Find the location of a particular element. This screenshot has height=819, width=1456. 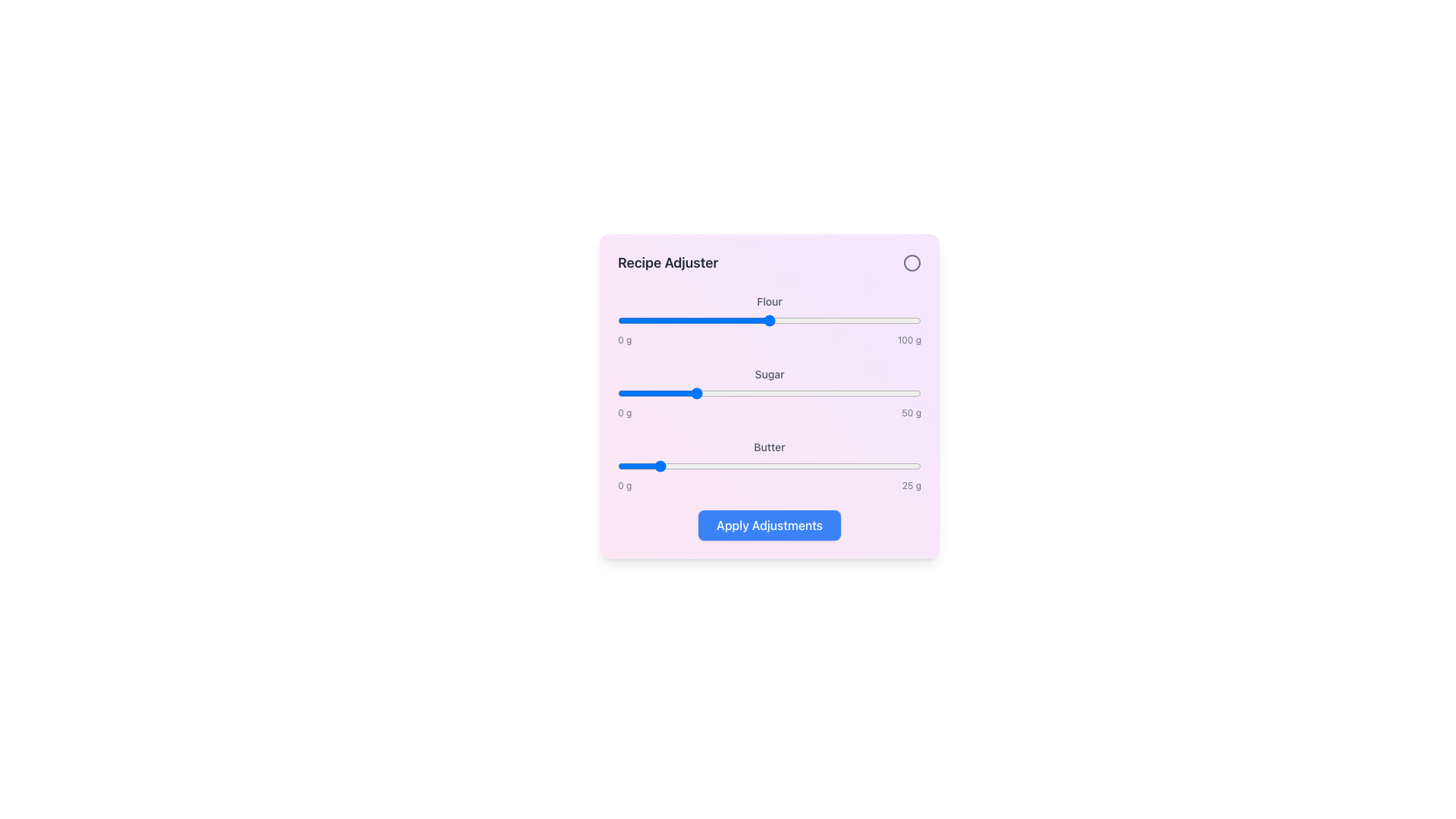

sugar slider is located at coordinates (673, 393).